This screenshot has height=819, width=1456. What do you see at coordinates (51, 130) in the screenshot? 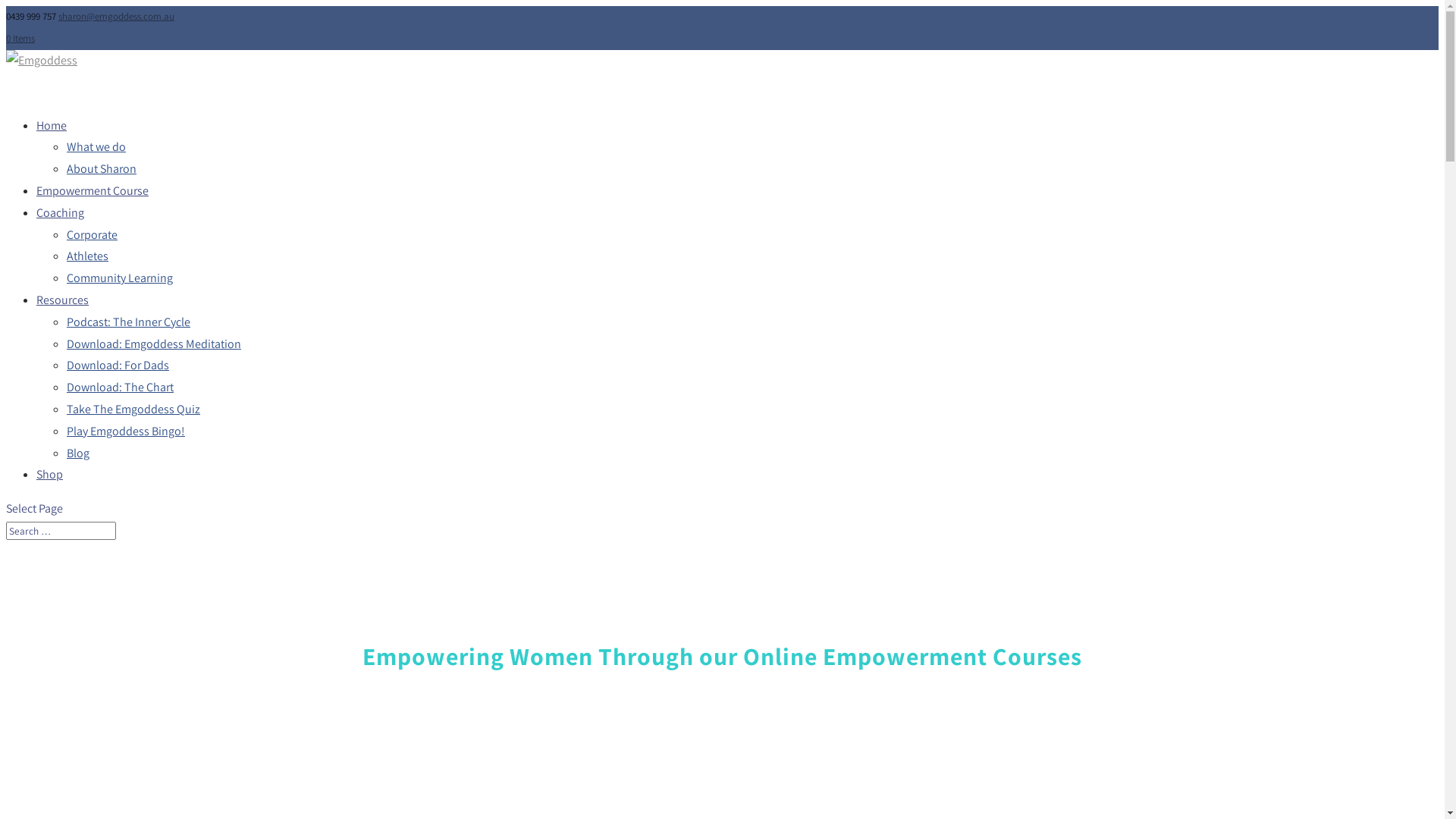
I see `'Home'` at bounding box center [51, 130].